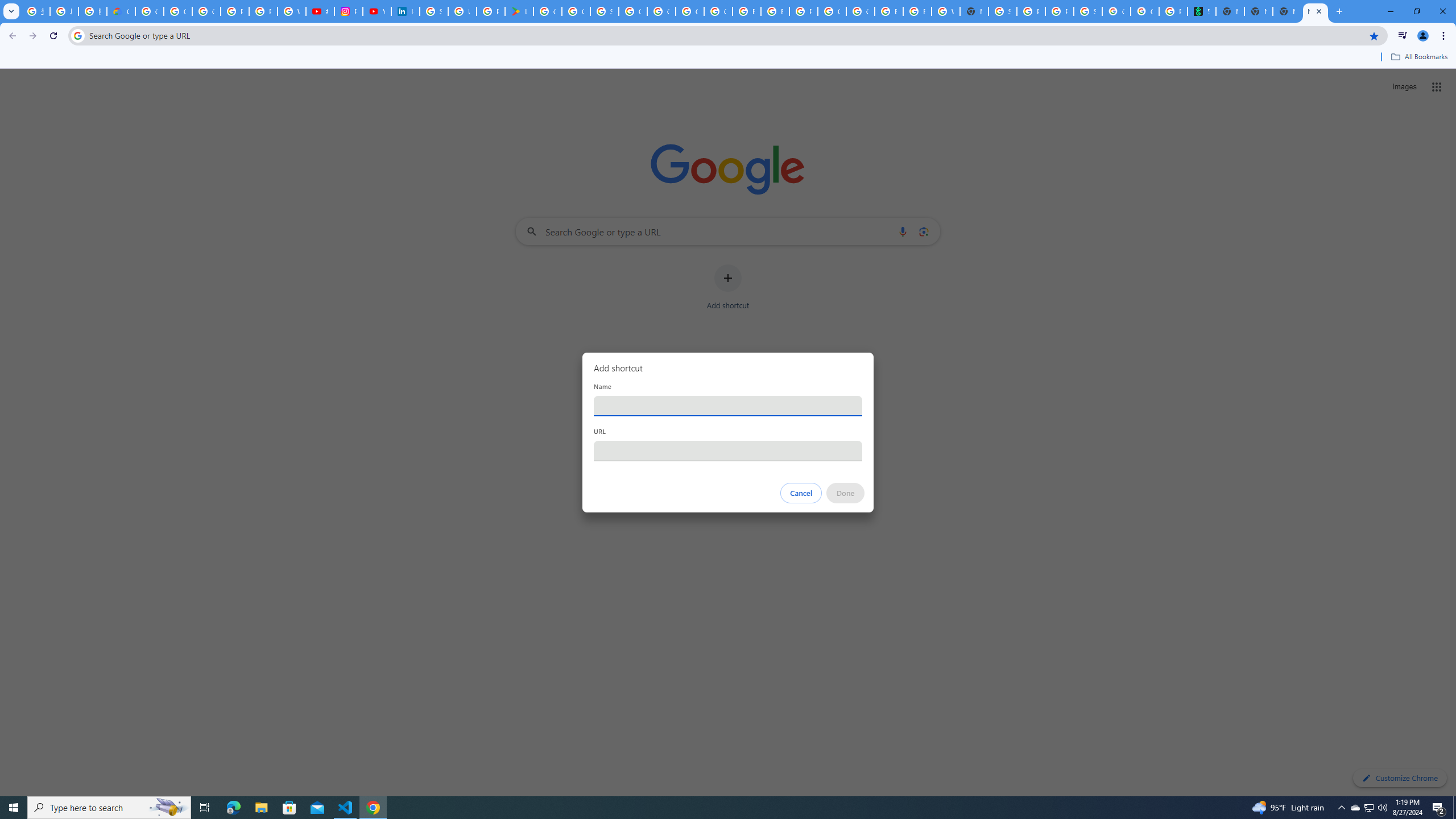 This screenshot has height=819, width=1456. Describe the element at coordinates (320, 11) in the screenshot. I see `'#nbabasketballhighlights - YouTube'` at that location.